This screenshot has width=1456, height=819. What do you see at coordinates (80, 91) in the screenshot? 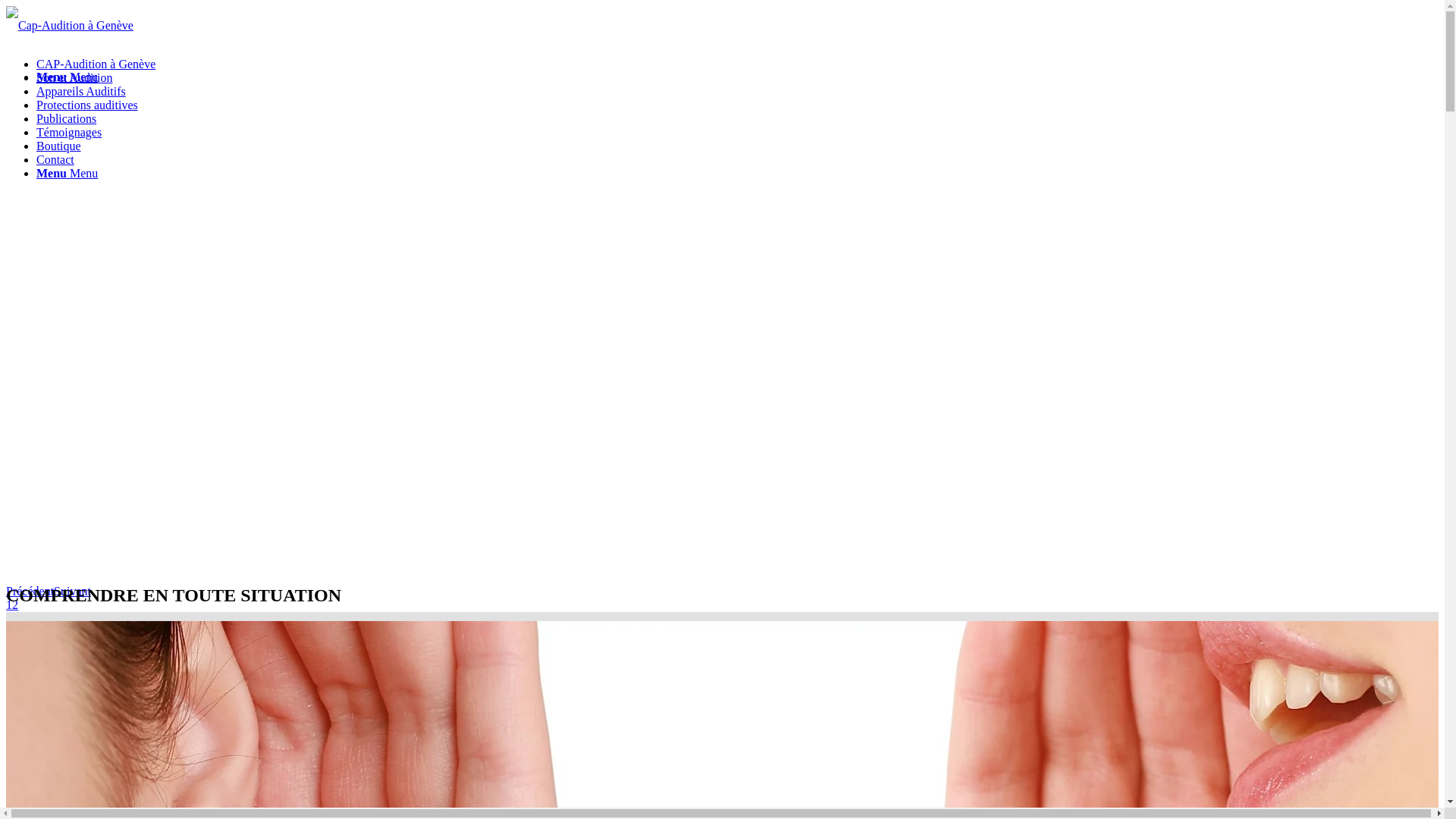
I see `'Appareils Auditifs'` at bounding box center [80, 91].